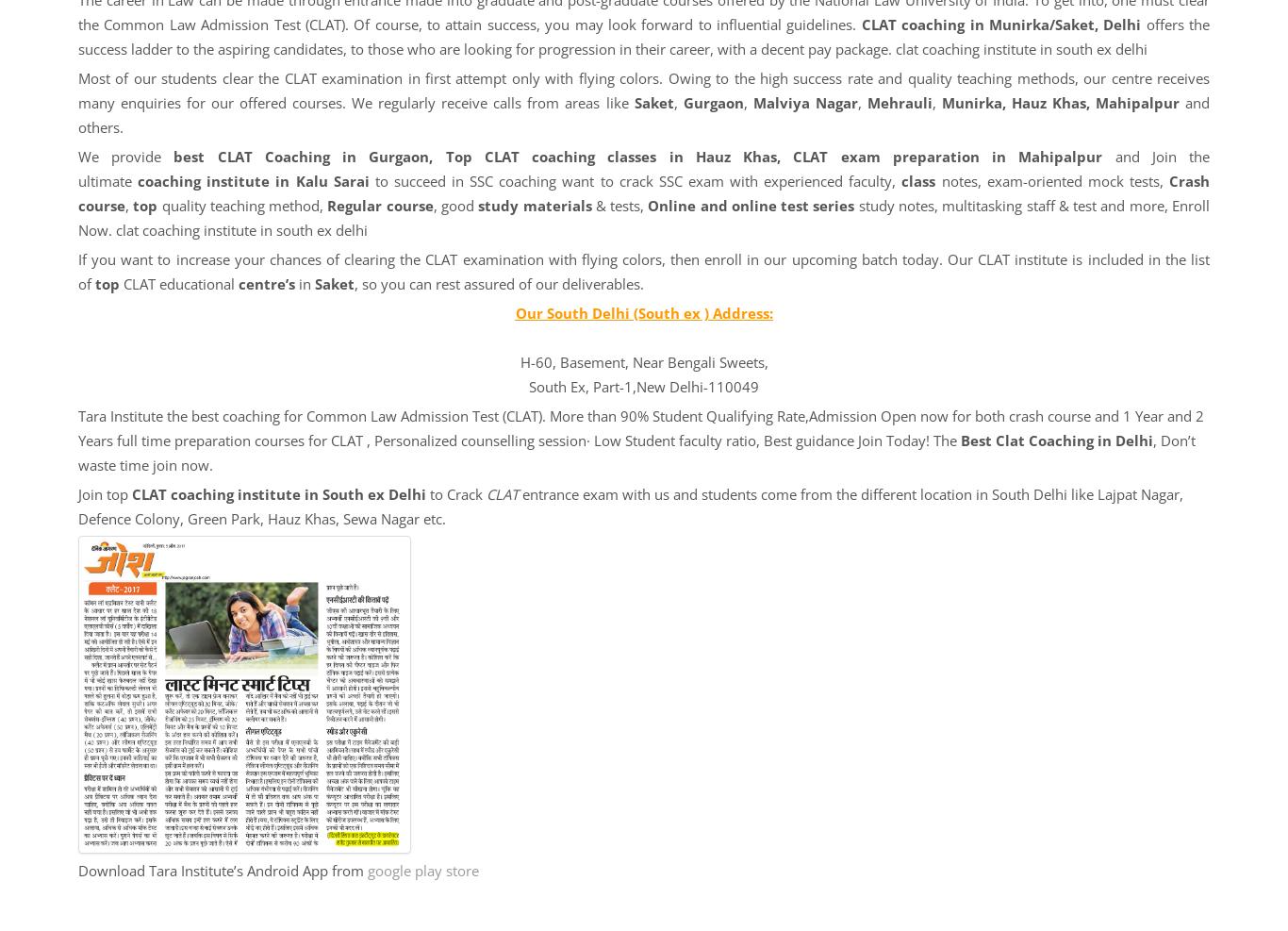 The width and height of the screenshot is (1288, 931). Describe the element at coordinates (422, 869) in the screenshot. I see `'google play store'` at that location.